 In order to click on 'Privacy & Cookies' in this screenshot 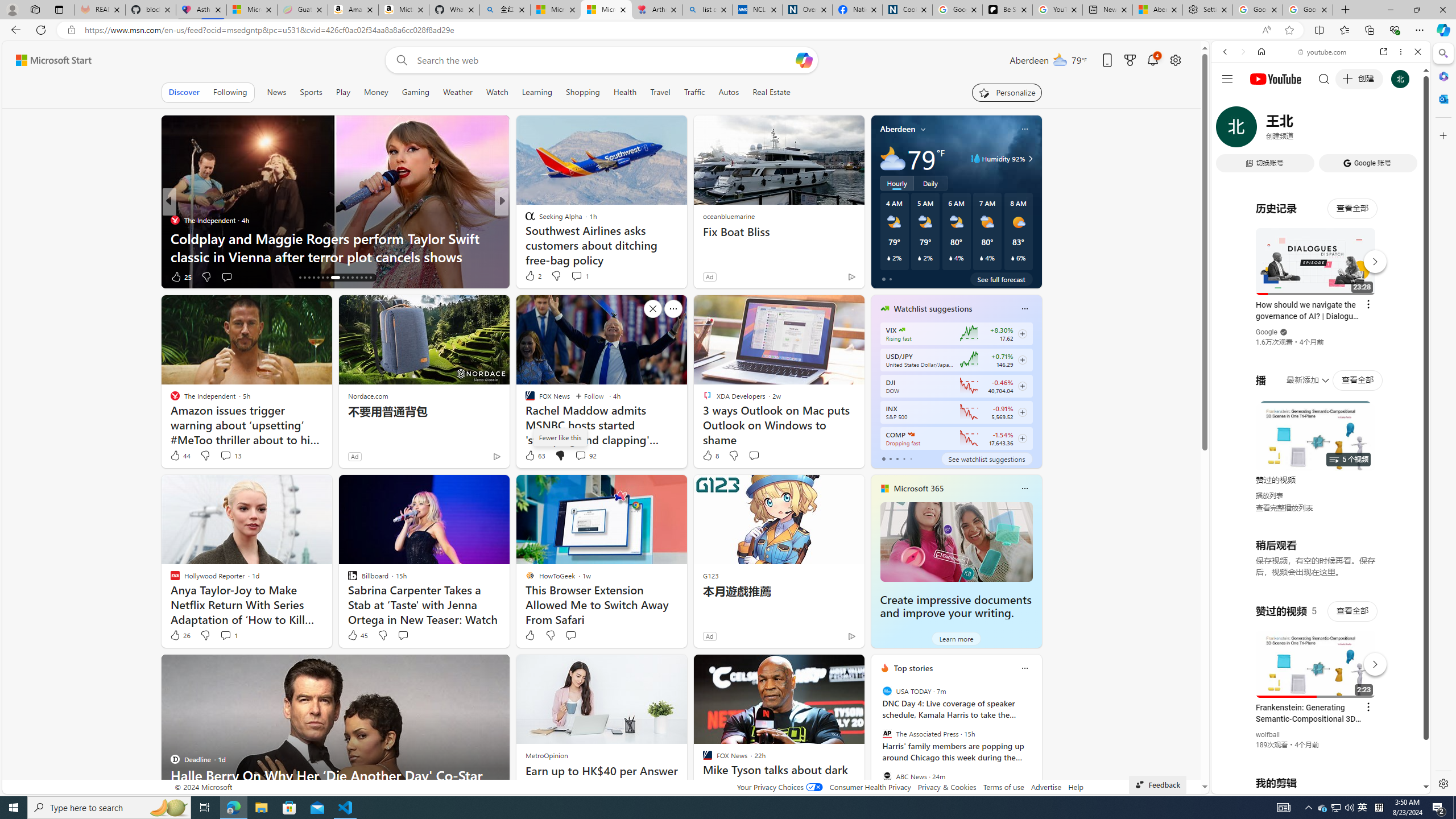, I will do `click(946, 786)`.